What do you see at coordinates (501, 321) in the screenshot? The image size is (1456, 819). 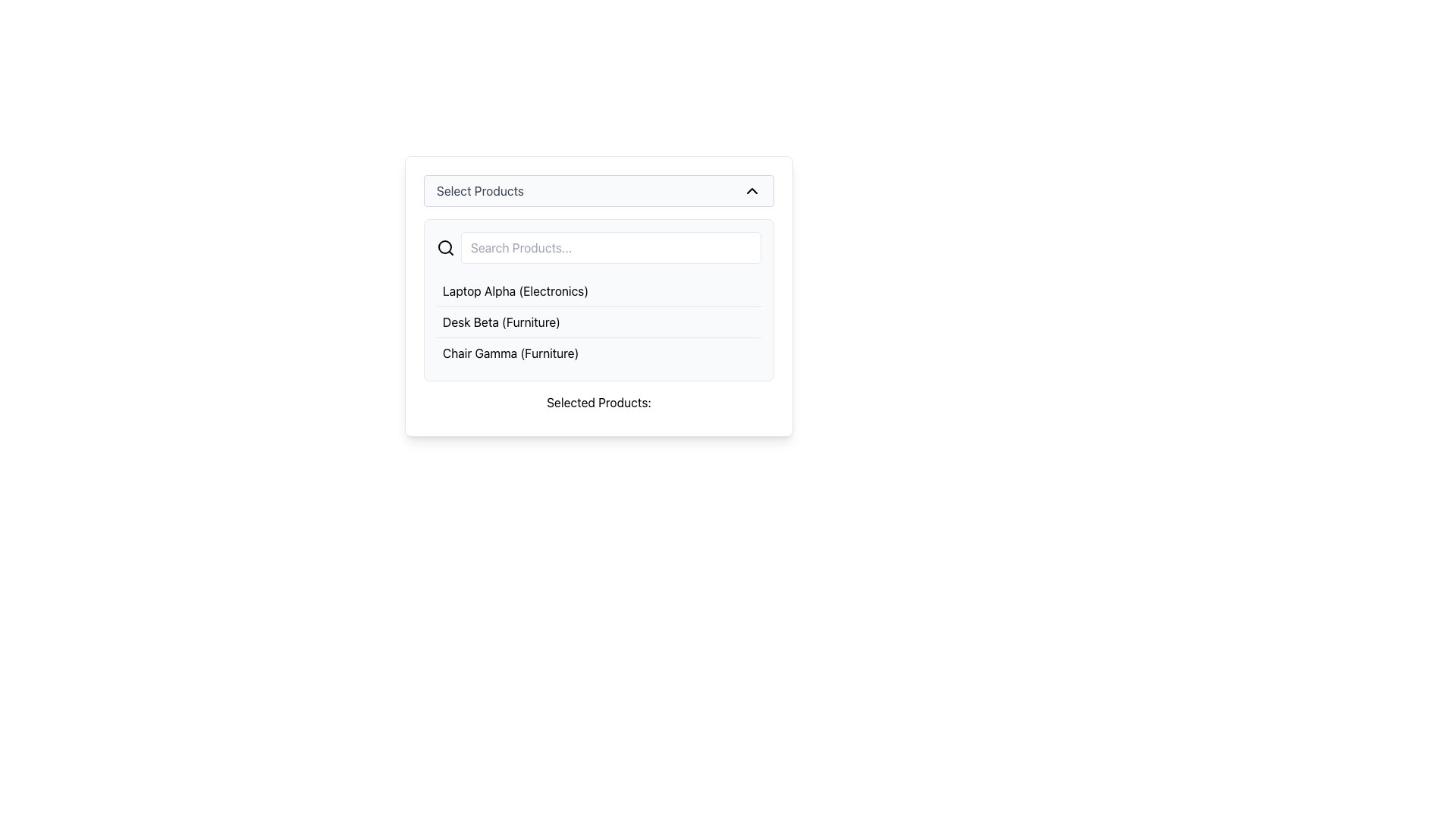 I see `the 'Desk Beta' text label` at bounding box center [501, 321].